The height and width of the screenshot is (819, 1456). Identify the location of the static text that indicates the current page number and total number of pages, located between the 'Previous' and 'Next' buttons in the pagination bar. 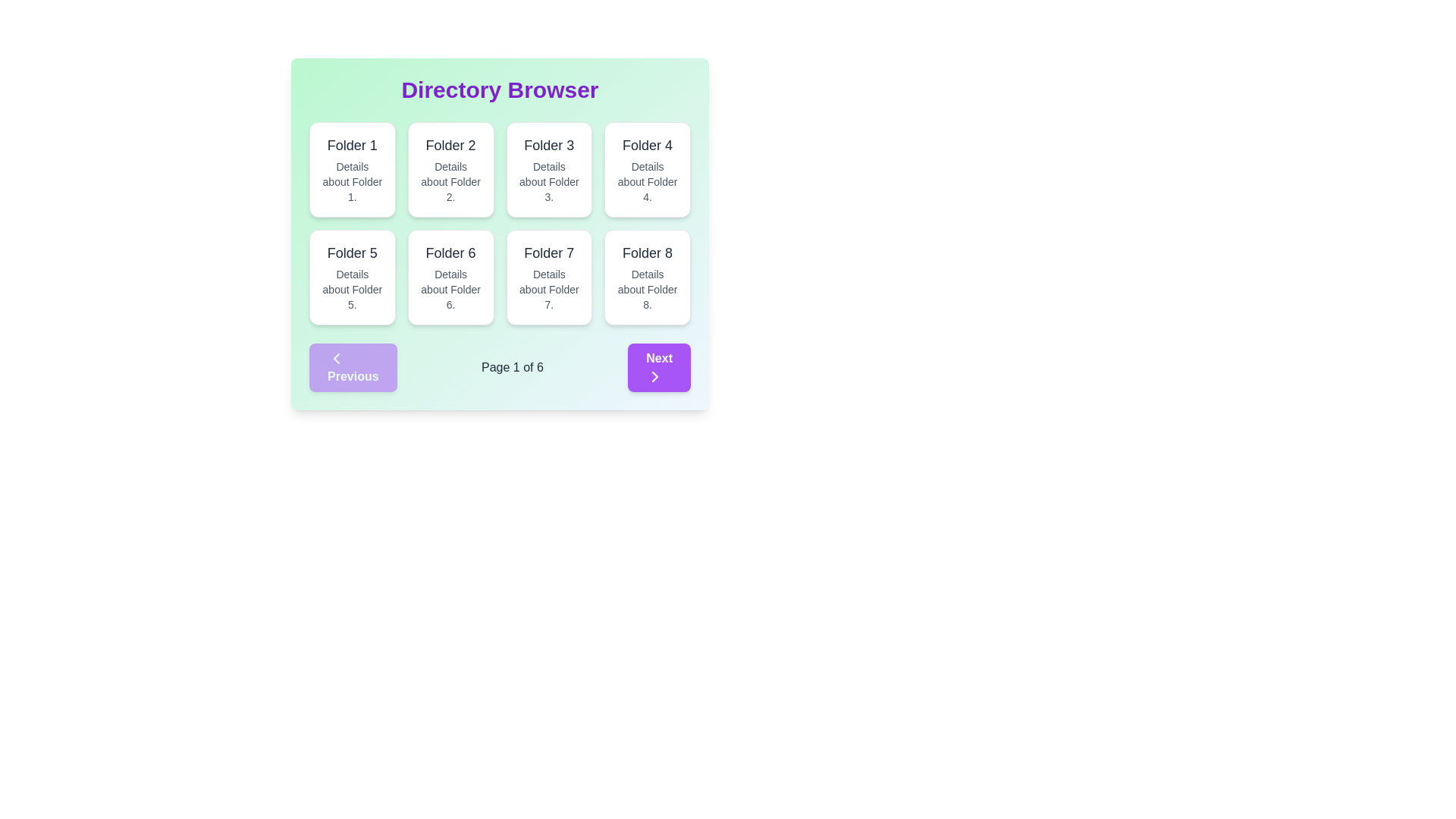
(513, 368).